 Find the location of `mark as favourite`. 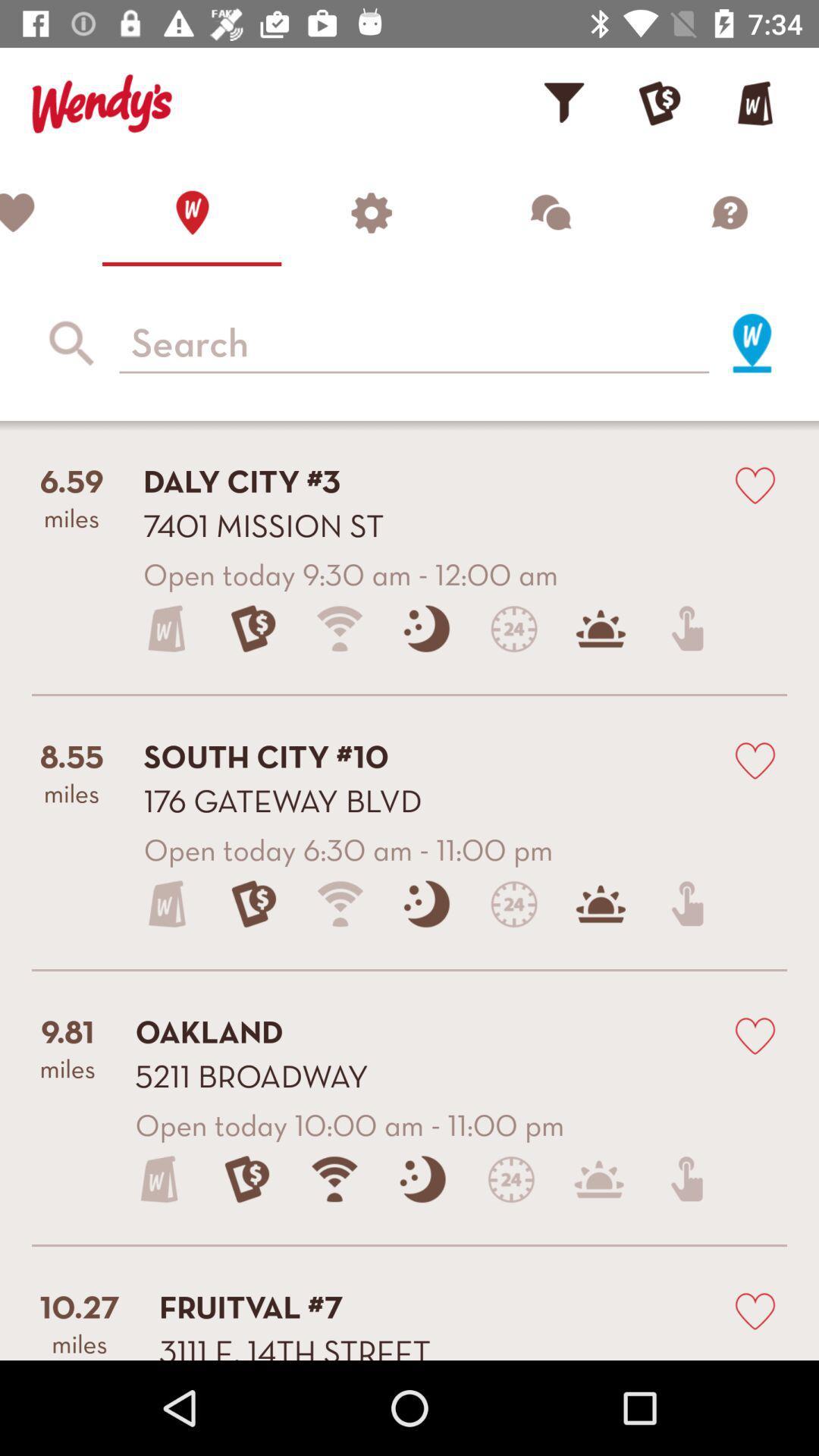

mark as favourite is located at coordinates (755, 760).